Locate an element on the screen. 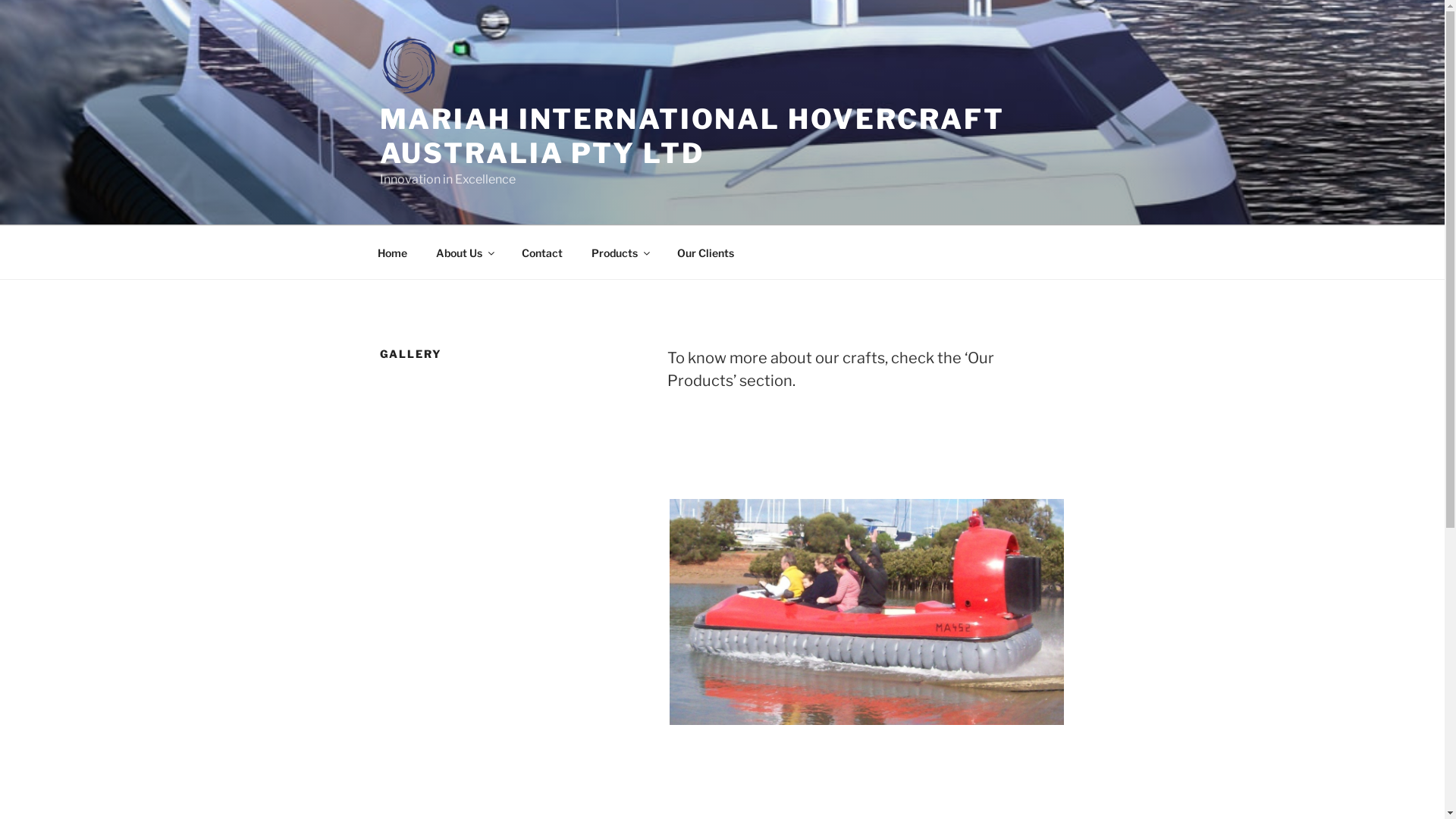  'Home' is located at coordinates (392, 251).